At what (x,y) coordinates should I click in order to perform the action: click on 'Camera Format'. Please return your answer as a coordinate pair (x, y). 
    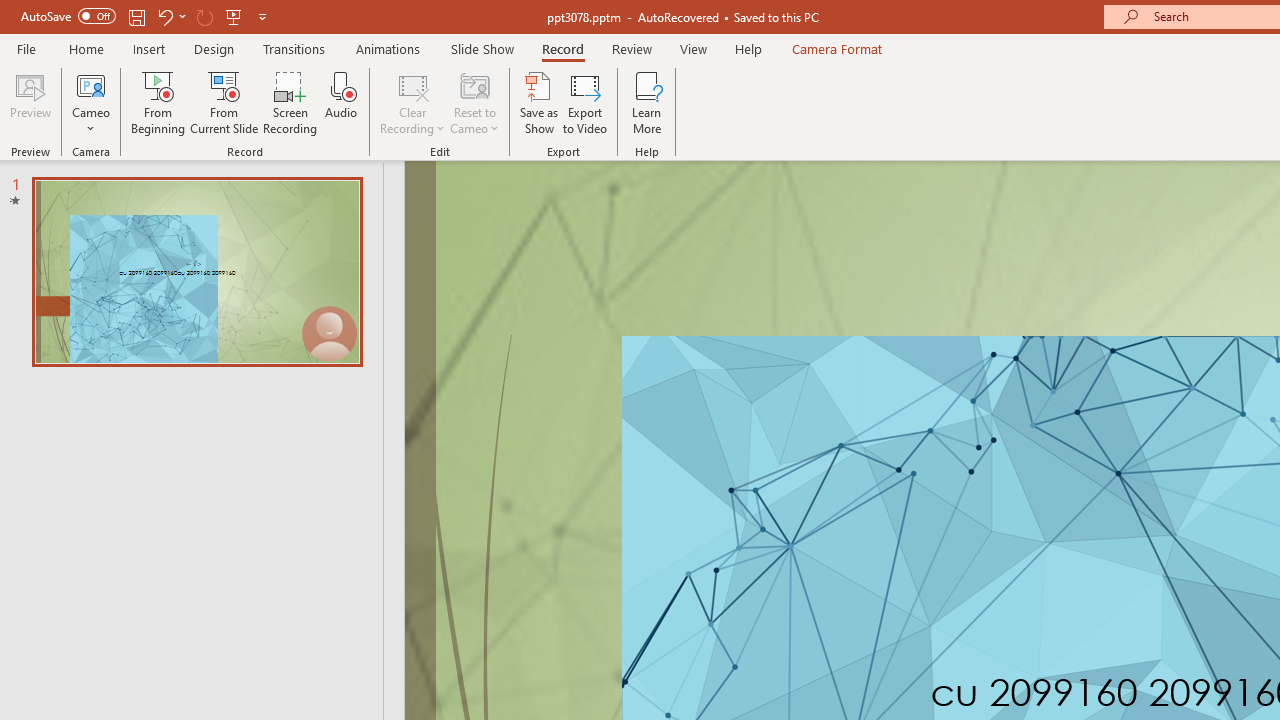
    Looking at the image, I should click on (837, 48).